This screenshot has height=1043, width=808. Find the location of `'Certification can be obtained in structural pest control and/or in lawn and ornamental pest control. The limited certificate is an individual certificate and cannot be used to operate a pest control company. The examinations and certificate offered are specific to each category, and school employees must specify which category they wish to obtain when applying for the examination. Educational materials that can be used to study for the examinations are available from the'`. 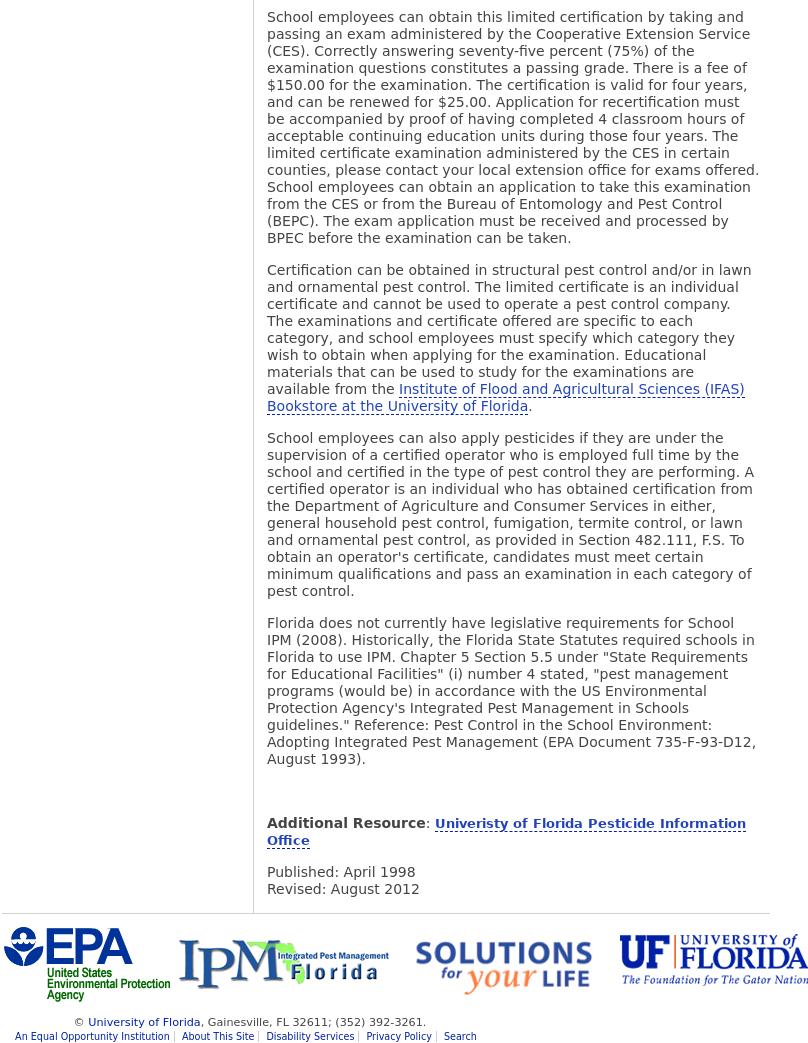

'Certification can be obtained in structural pest control and/or in lawn and ornamental pest control. The limited certificate is an individual certificate and cannot be used to operate a pest control company. The examinations and certificate offered are specific to each category, and school employees must specify which category they wish to obtain when applying for the examination. Educational materials that can be used to study for the examinations are available from the' is located at coordinates (508, 328).